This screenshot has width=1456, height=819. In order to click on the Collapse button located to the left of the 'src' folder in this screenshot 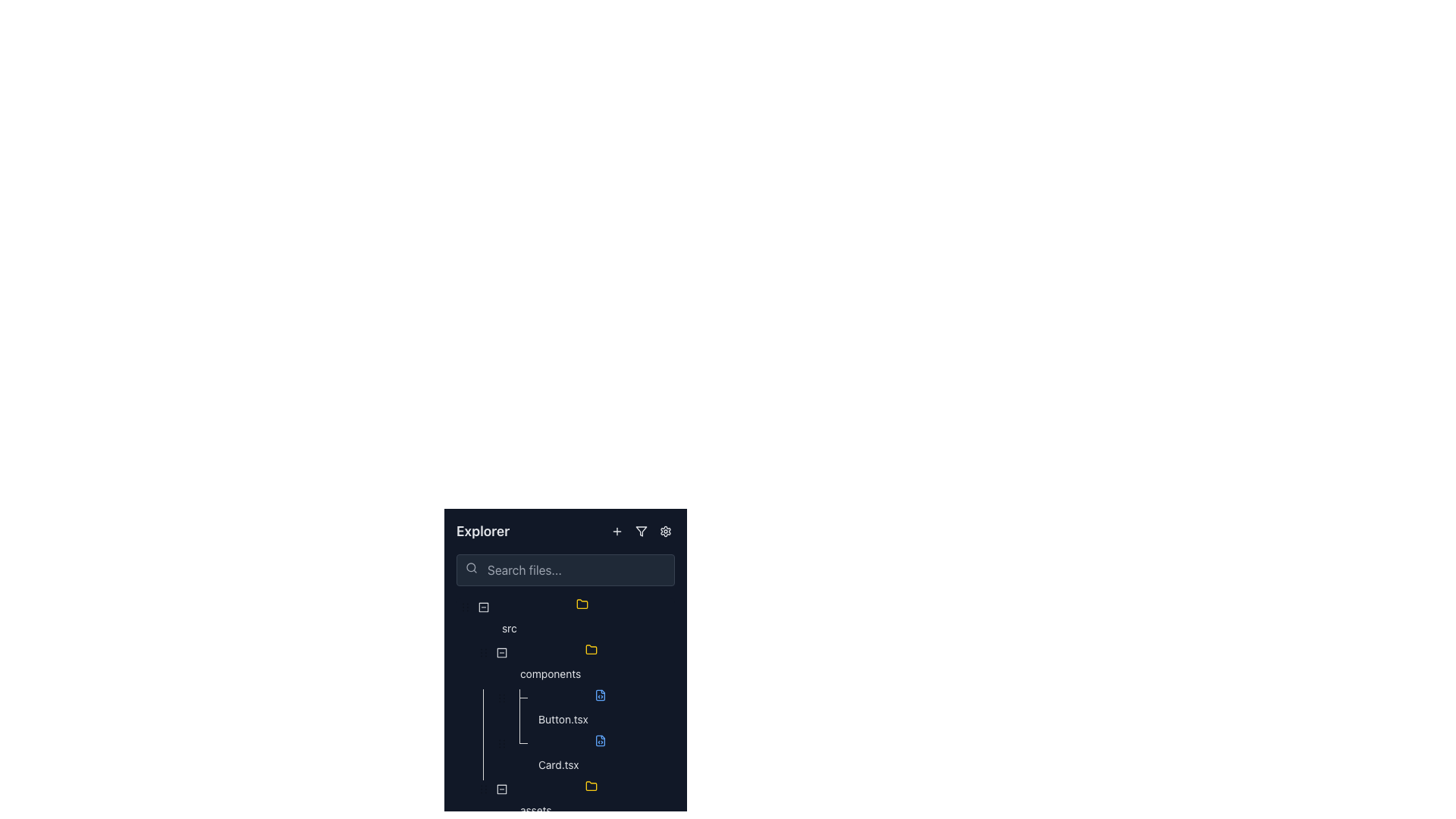, I will do `click(483, 607)`.